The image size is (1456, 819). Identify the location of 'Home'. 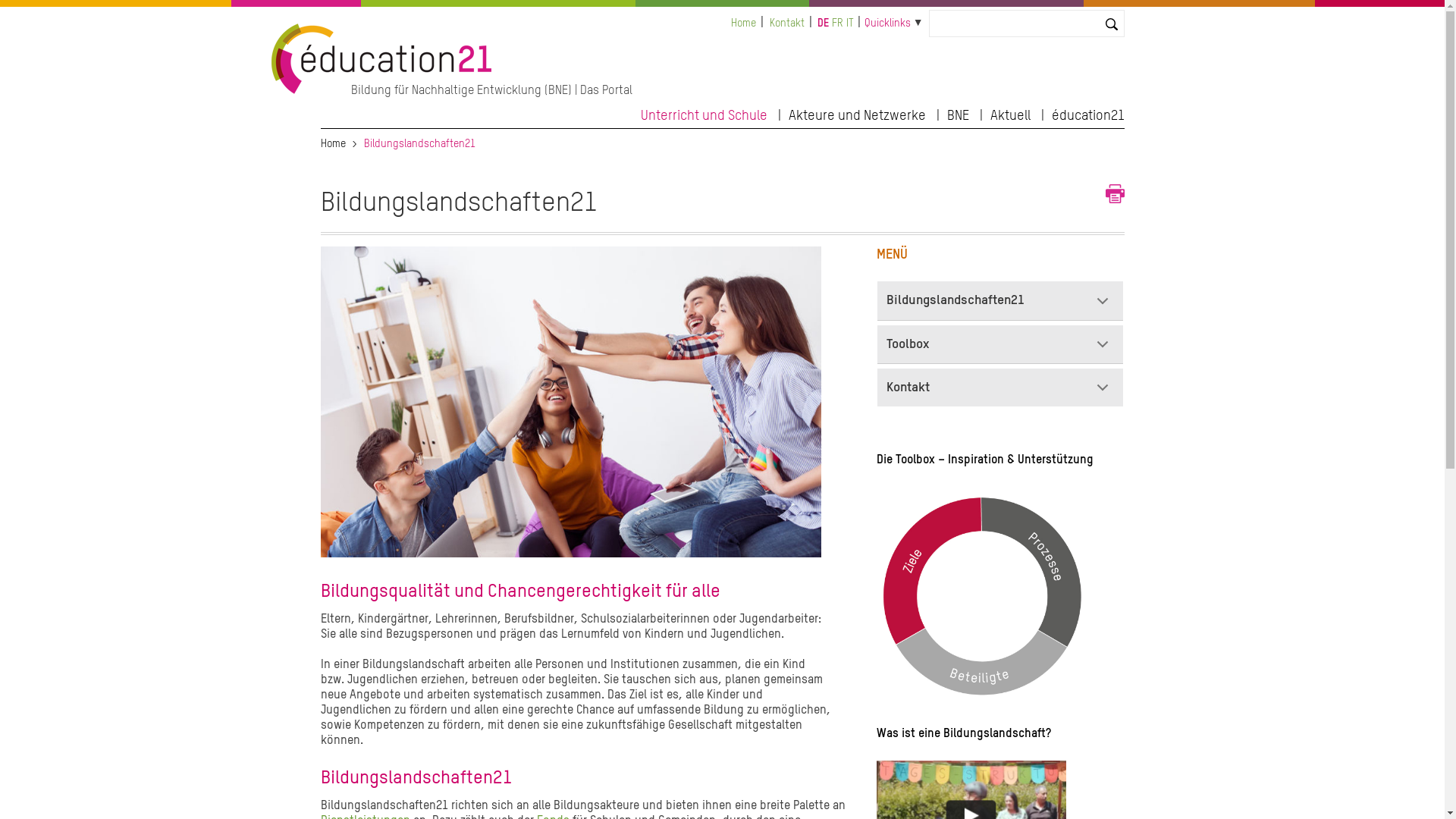
(743, 23).